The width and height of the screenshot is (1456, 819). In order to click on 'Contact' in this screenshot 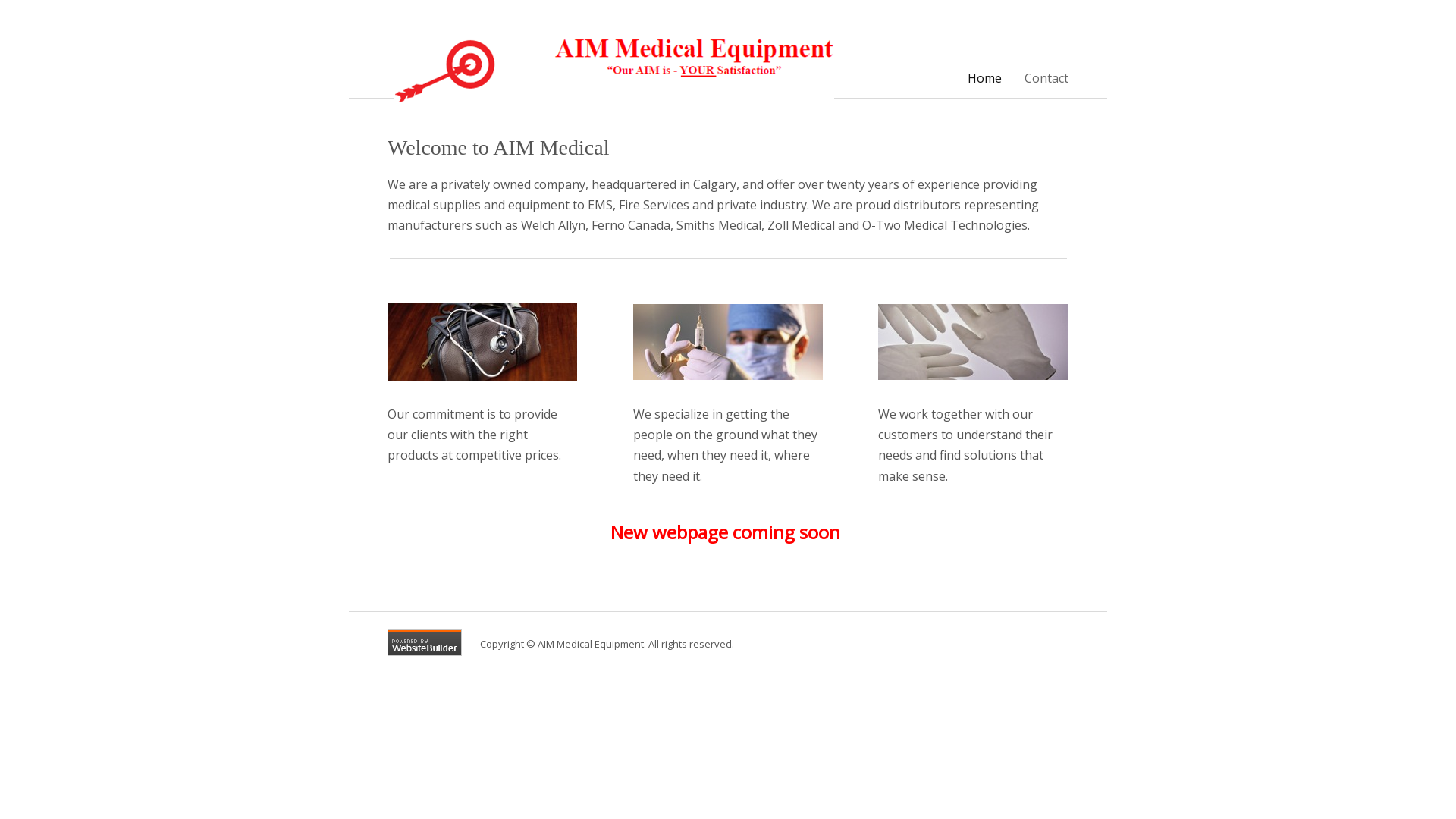, I will do `click(1046, 78)`.